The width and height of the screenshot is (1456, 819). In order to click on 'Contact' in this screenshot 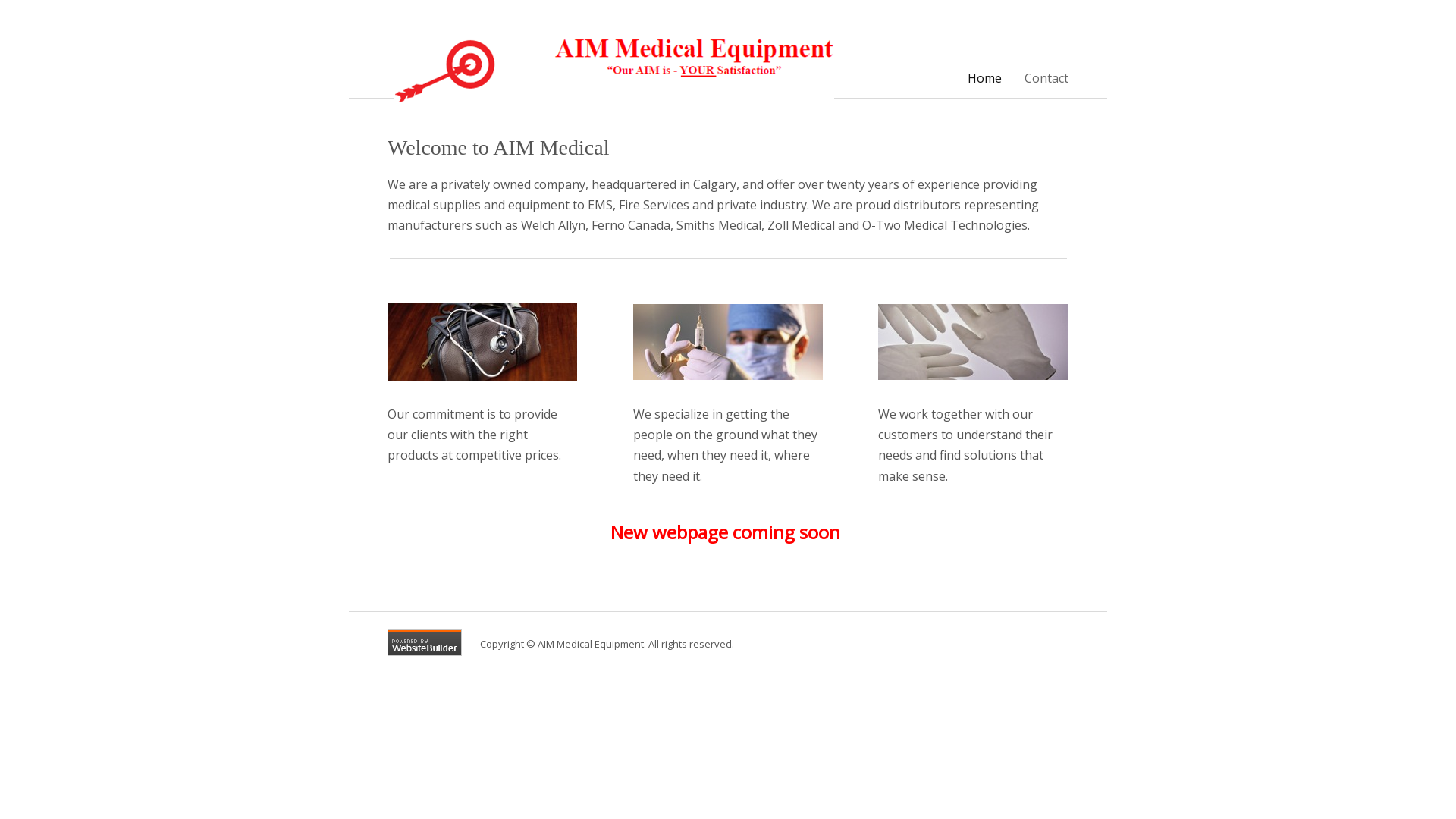, I will do `click(1046, 78)`.